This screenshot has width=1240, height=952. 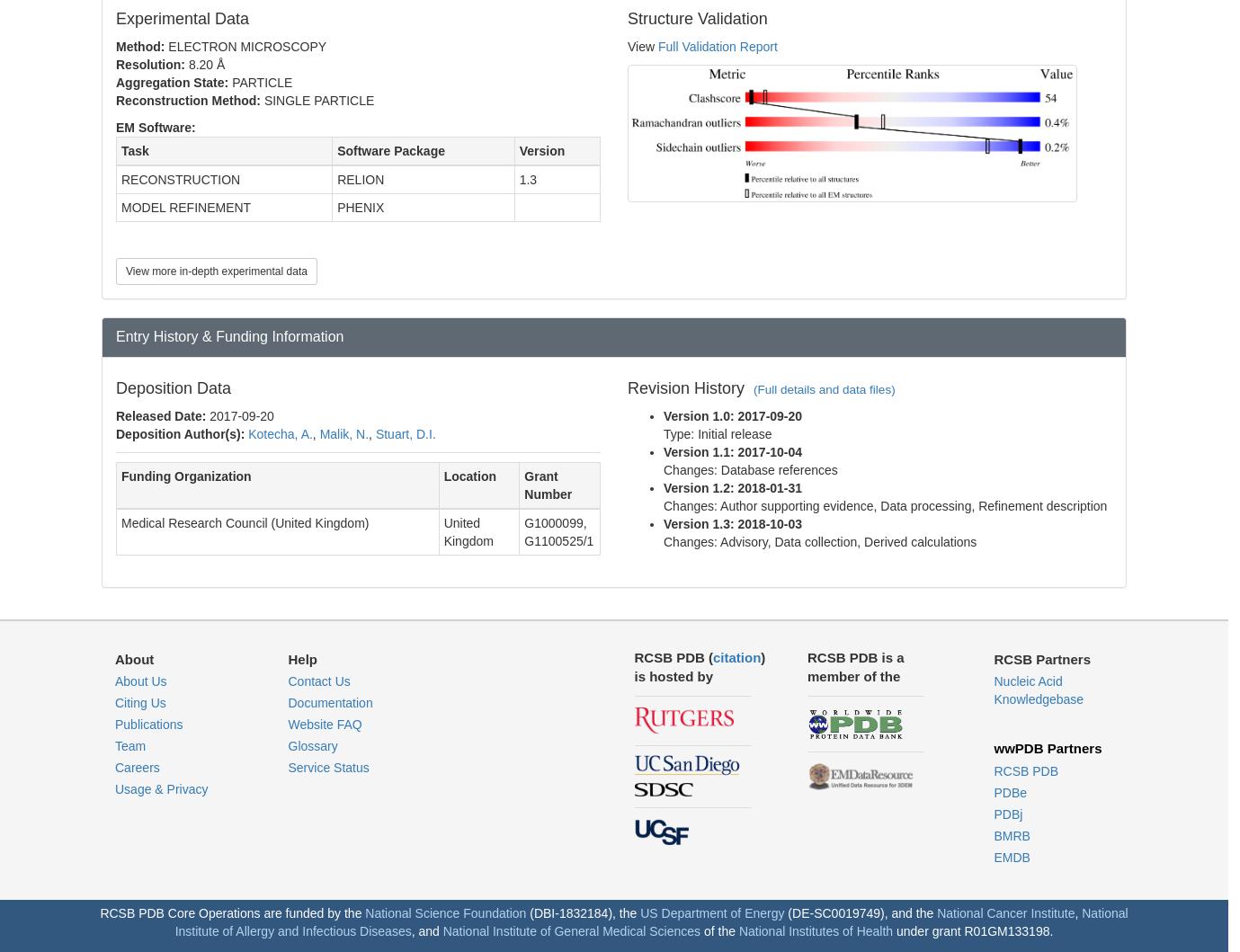 I want to click on 'Entry History & Funding Information', so click(x=115, y=335).